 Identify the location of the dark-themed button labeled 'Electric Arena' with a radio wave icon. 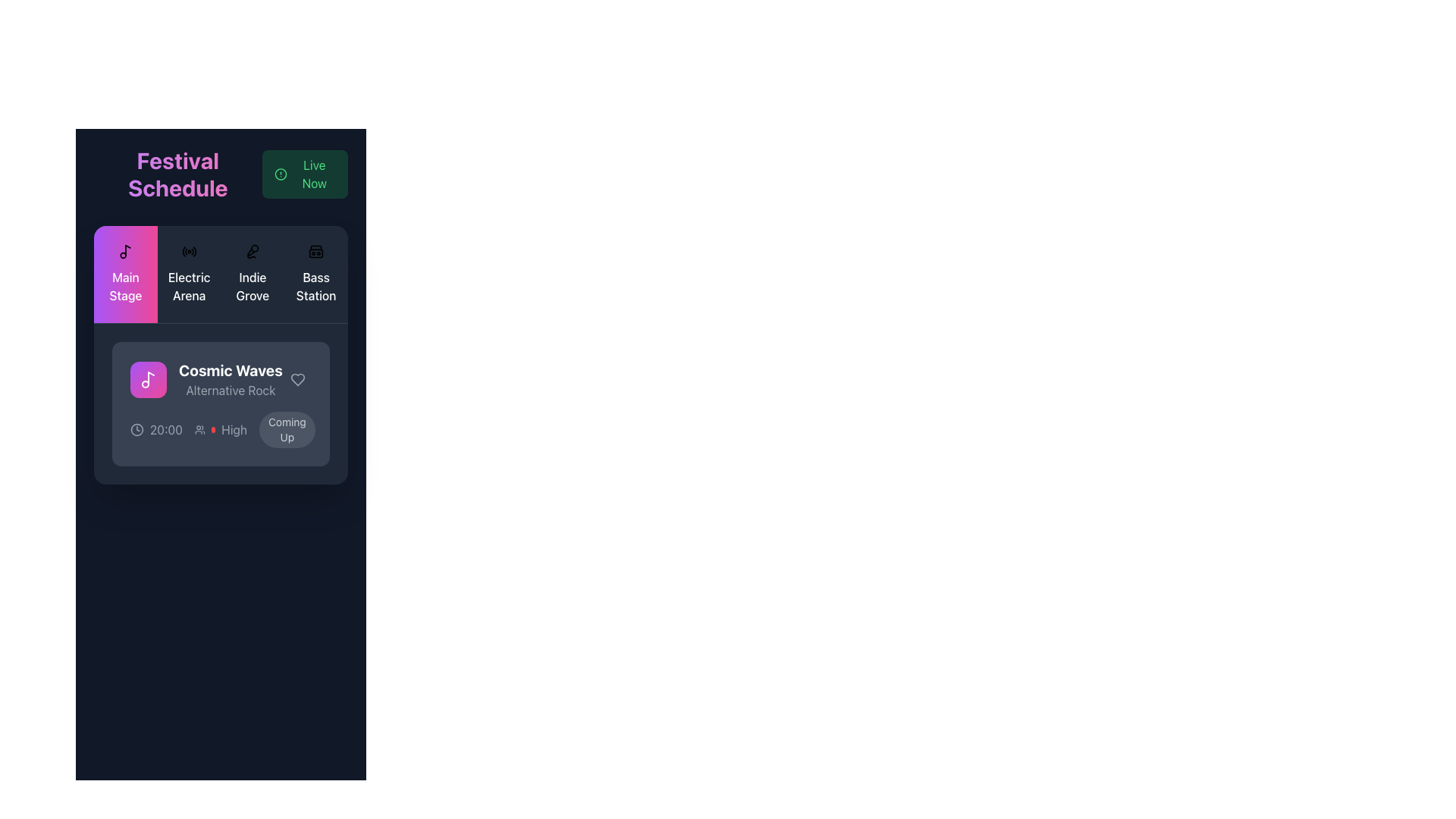
(188, 275).